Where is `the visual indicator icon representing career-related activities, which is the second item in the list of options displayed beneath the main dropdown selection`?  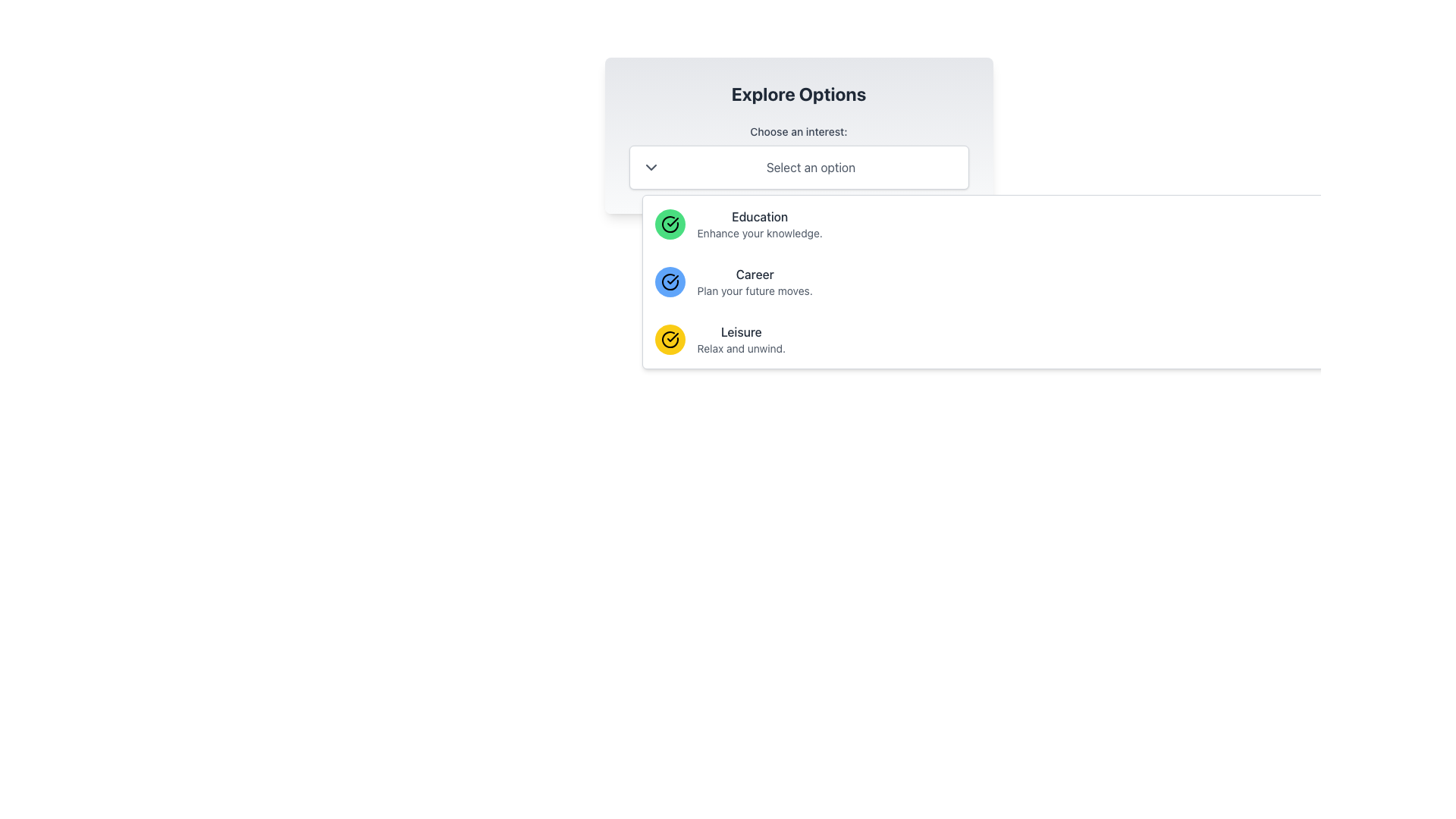
the visual indicator icon representing career-related activities, which is the second item in the list of options displayed beneath the main dropdown selection is located at coordinates (672, 280).